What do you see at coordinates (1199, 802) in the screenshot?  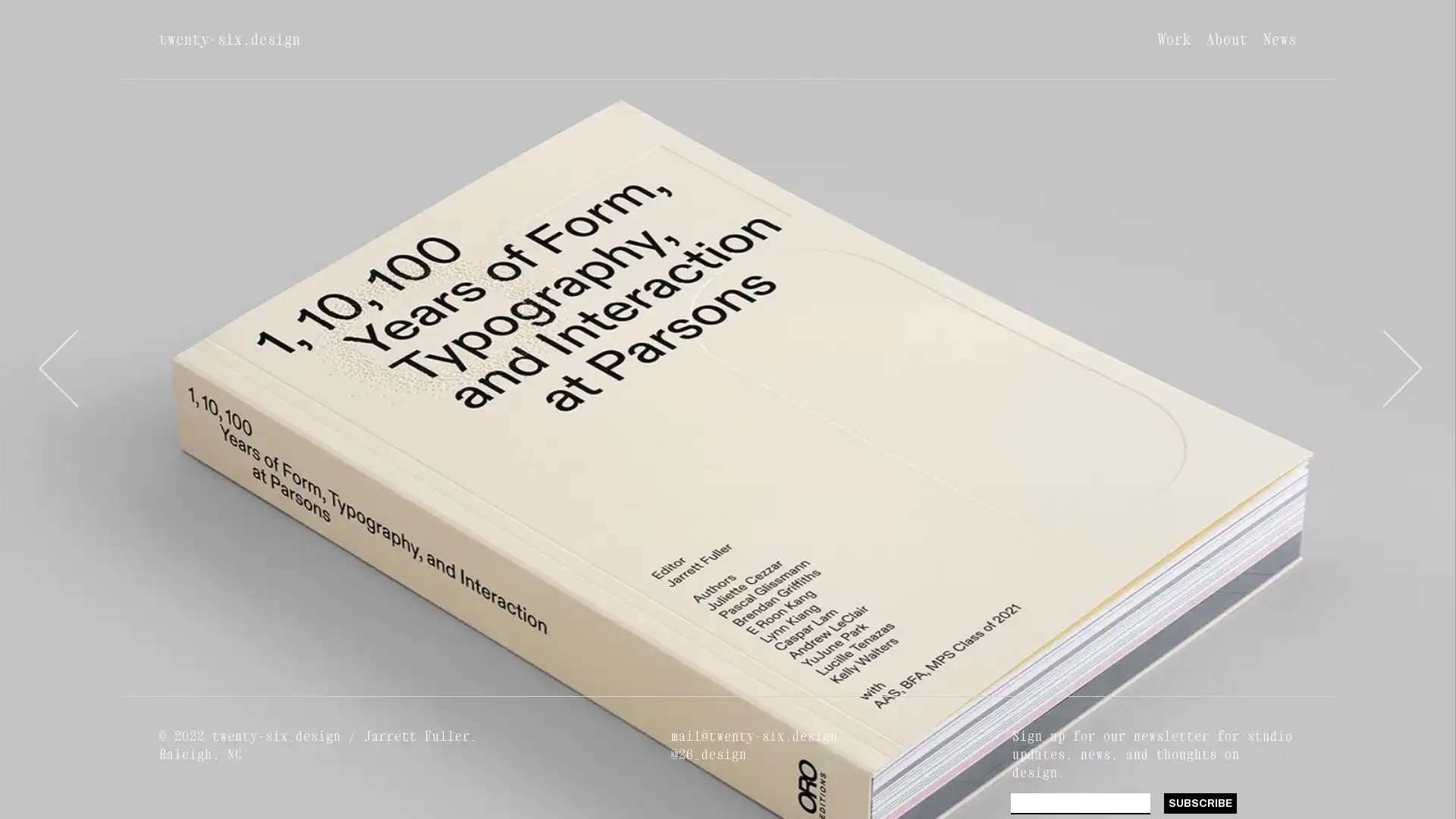 I see `Subscribe` at bounding box center [1199, 802].